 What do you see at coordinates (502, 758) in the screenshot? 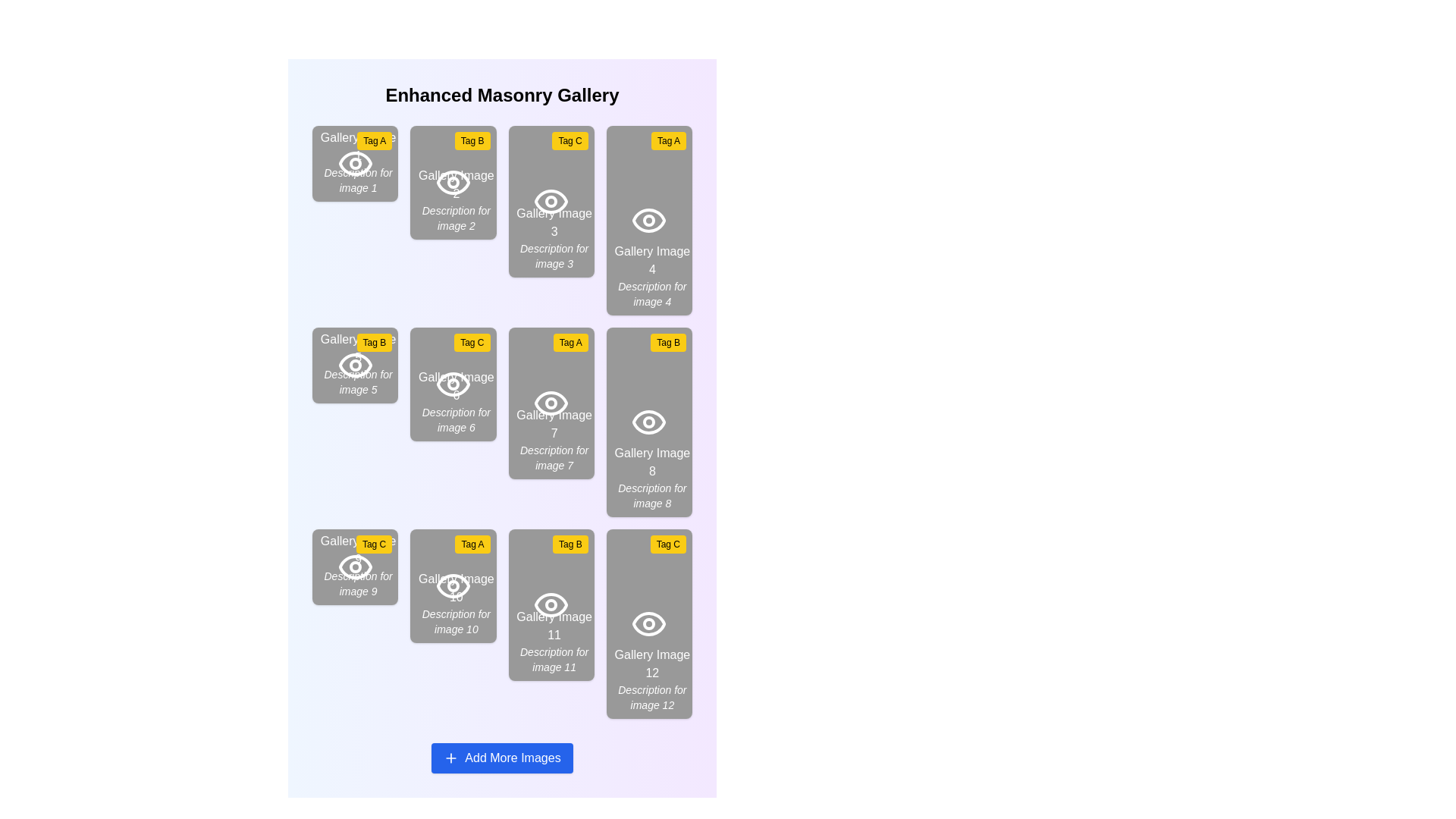
I see `the blue rectangular button labeled 'Add More Images' with rounded corners` at bounding box center [502, 758].